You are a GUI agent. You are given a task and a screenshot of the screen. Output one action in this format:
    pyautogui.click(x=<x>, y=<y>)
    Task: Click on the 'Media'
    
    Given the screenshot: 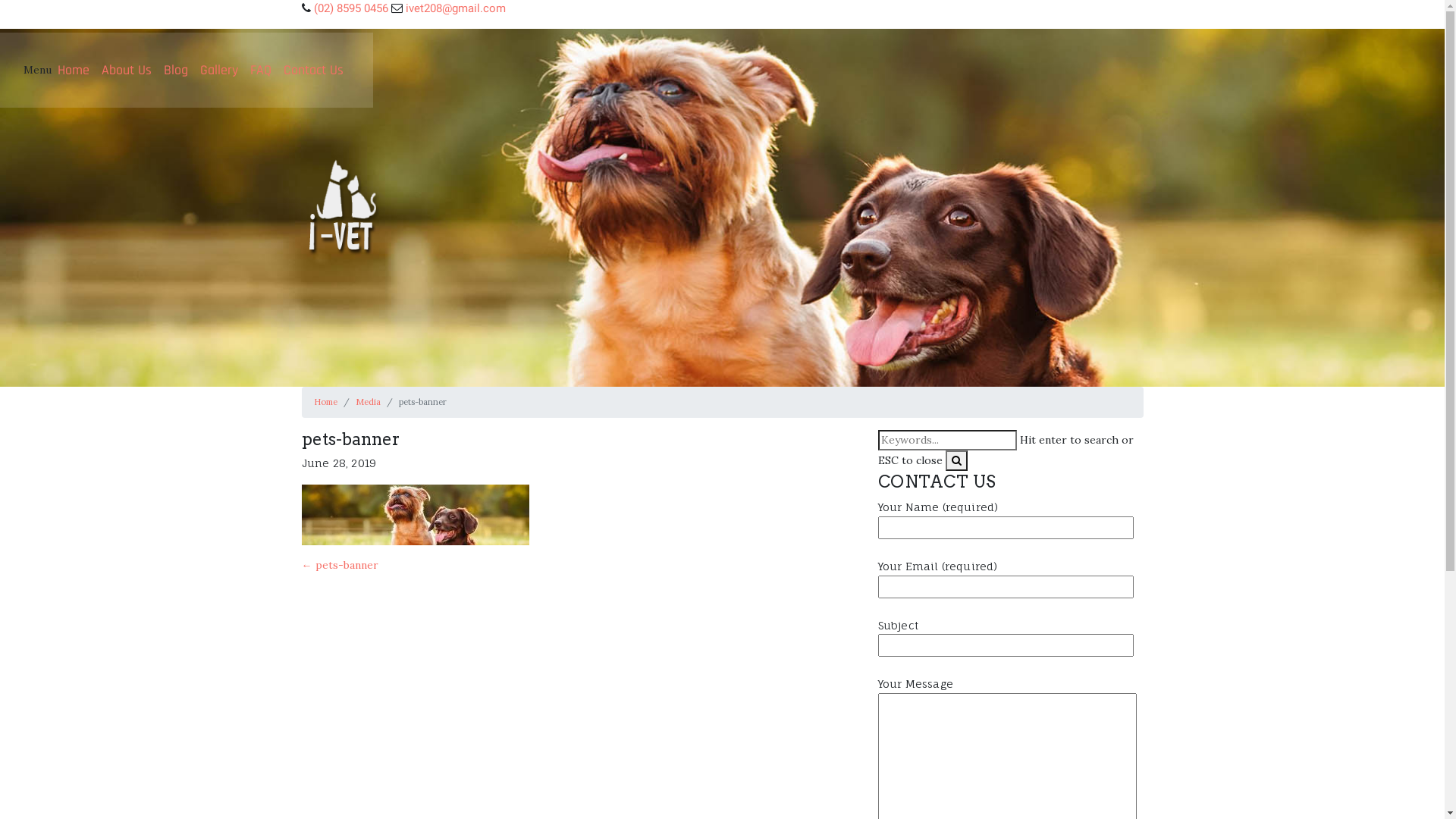 What is the action you would take?
    pyautogui.click(x=367, y=400)
    